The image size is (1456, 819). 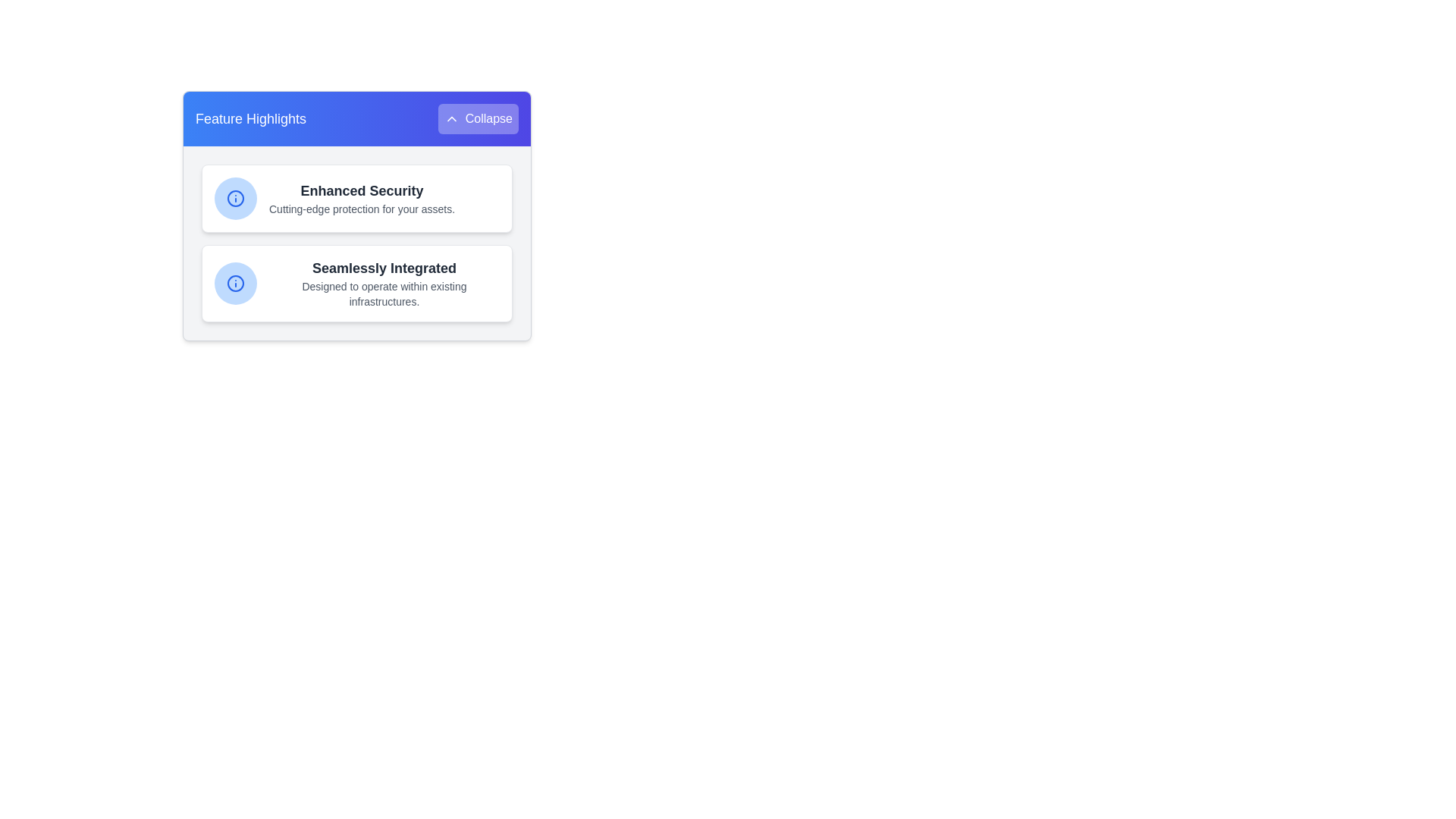 I want to click on descriptive text element located below the 'Enhanced Security' text, which provides supplementary information about the feature, so click(x=361, y=209).